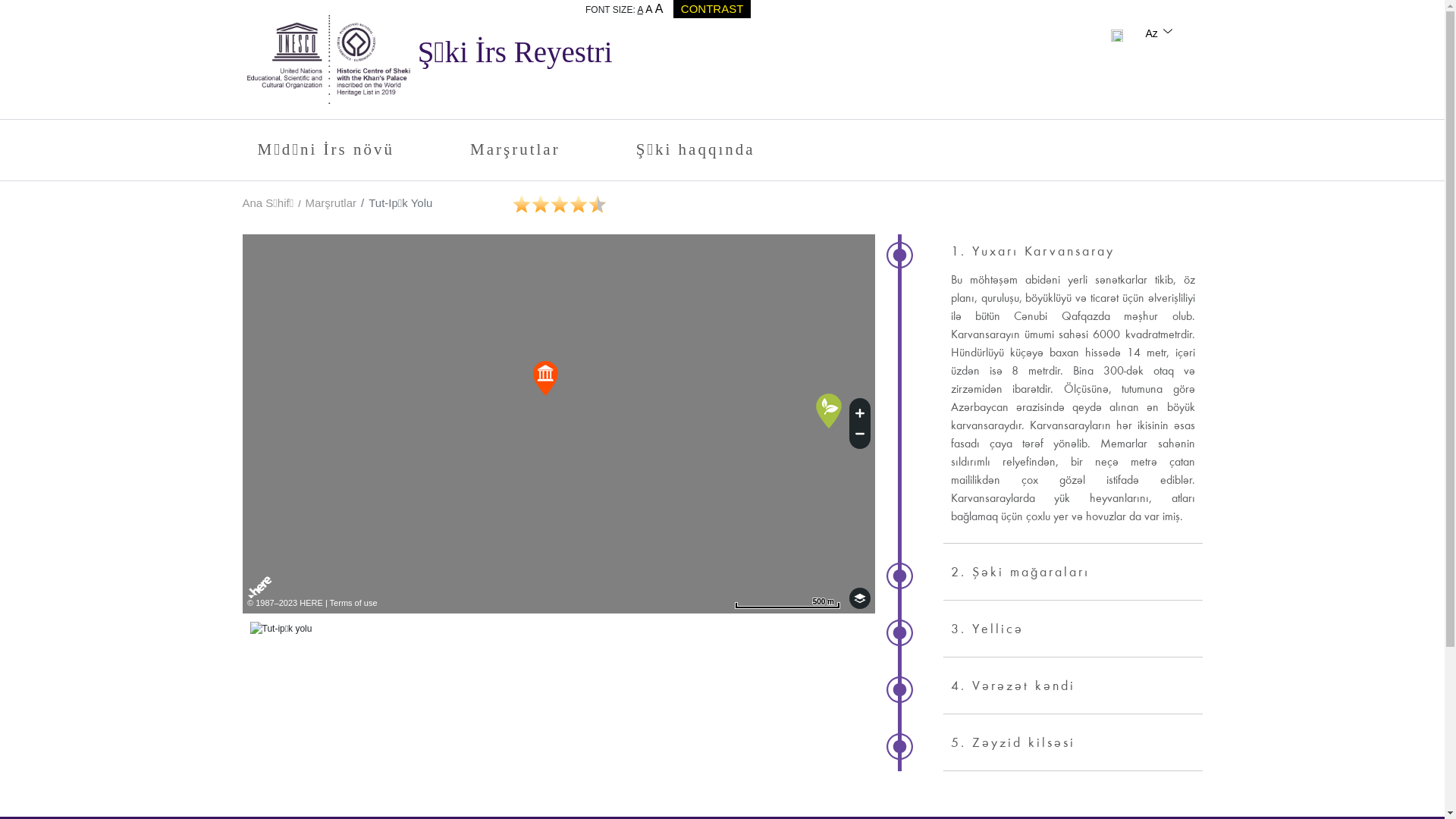 The image size is (1456, 819). I want to click on 'Terms of use', so click(353, 601).